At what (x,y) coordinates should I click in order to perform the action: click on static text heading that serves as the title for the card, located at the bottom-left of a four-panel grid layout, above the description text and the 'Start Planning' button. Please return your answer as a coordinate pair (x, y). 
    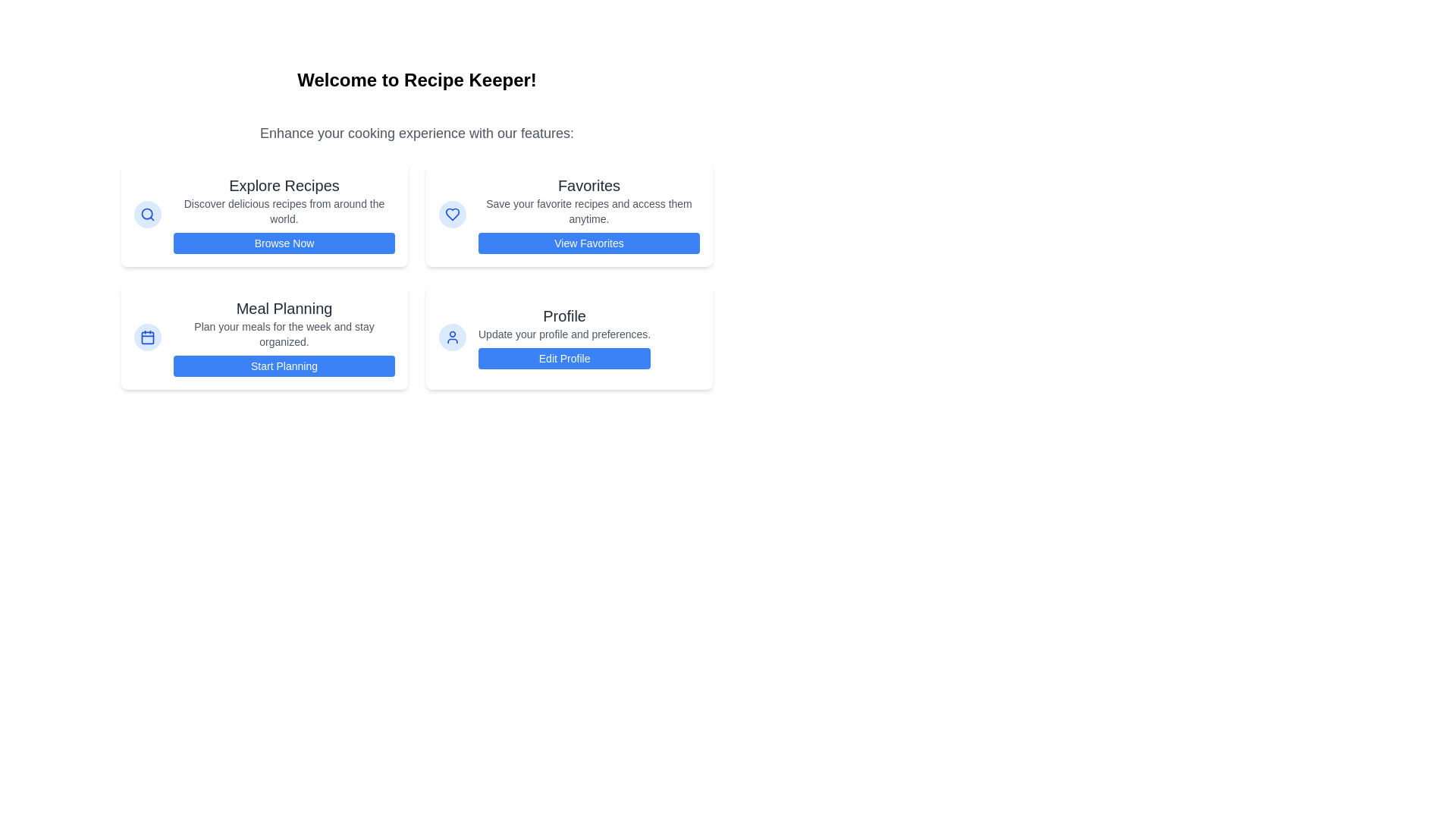
    Looking at the image, I should click on (284, 308).